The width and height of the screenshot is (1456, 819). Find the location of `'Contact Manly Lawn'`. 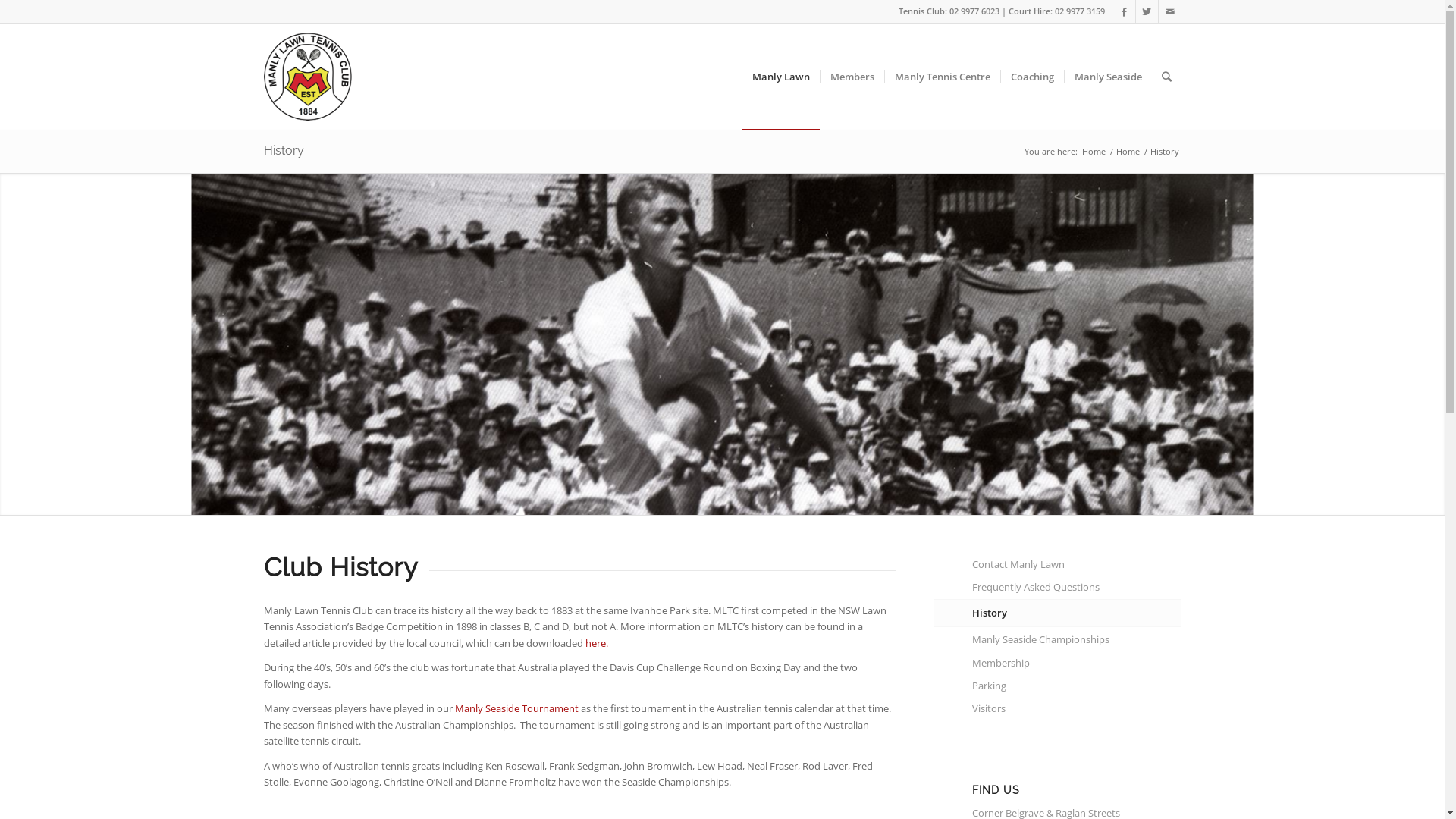

'Contact Manly Lawn' is located at coordinates (1076, 564).